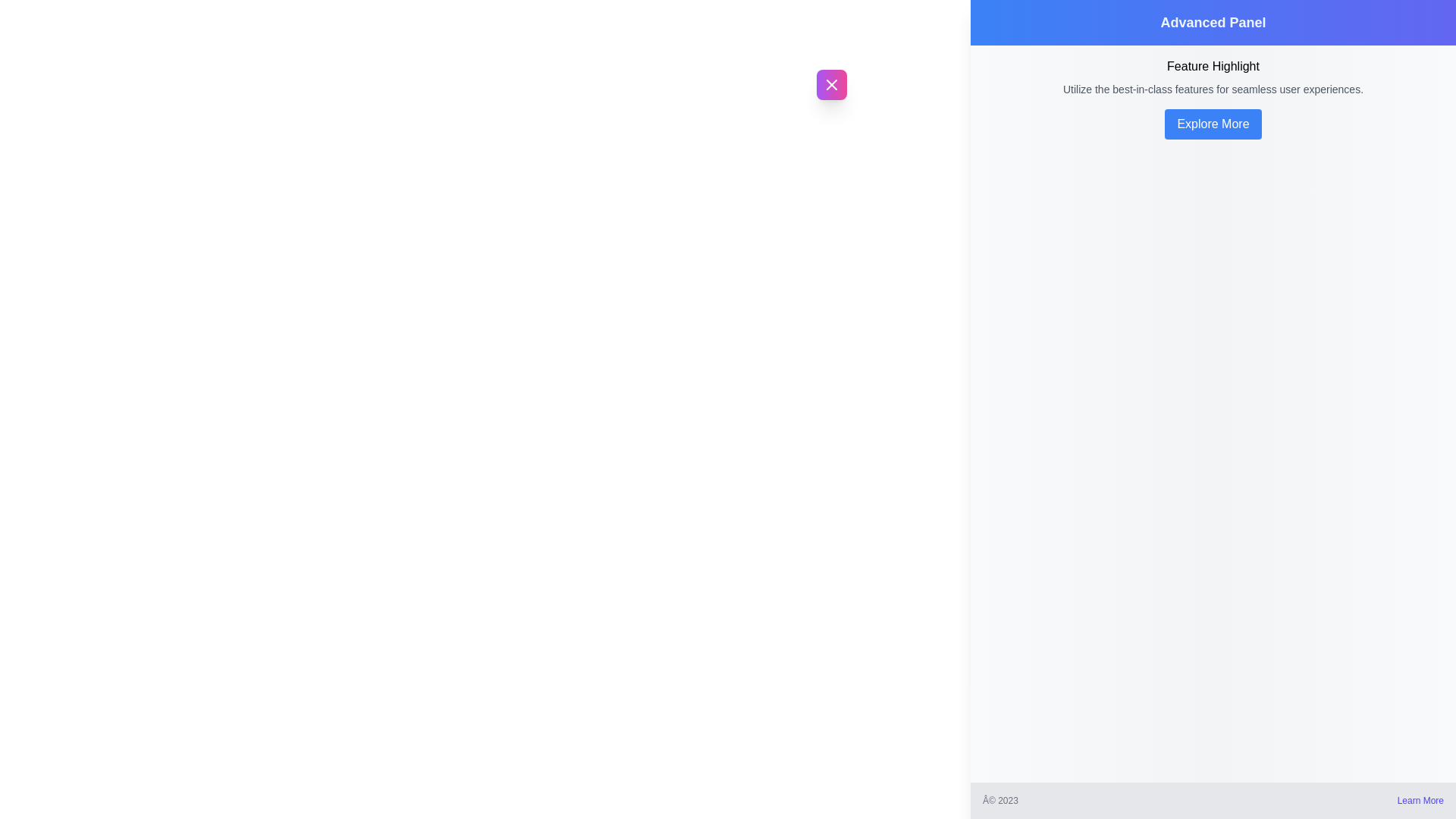 The image size is (1456, 819). I want to click on the static text label 'Advanced Panel' which is styled in a bold and larger font, located at the top of the panel against a gradient blue to indigo background, so click(1212, 23).